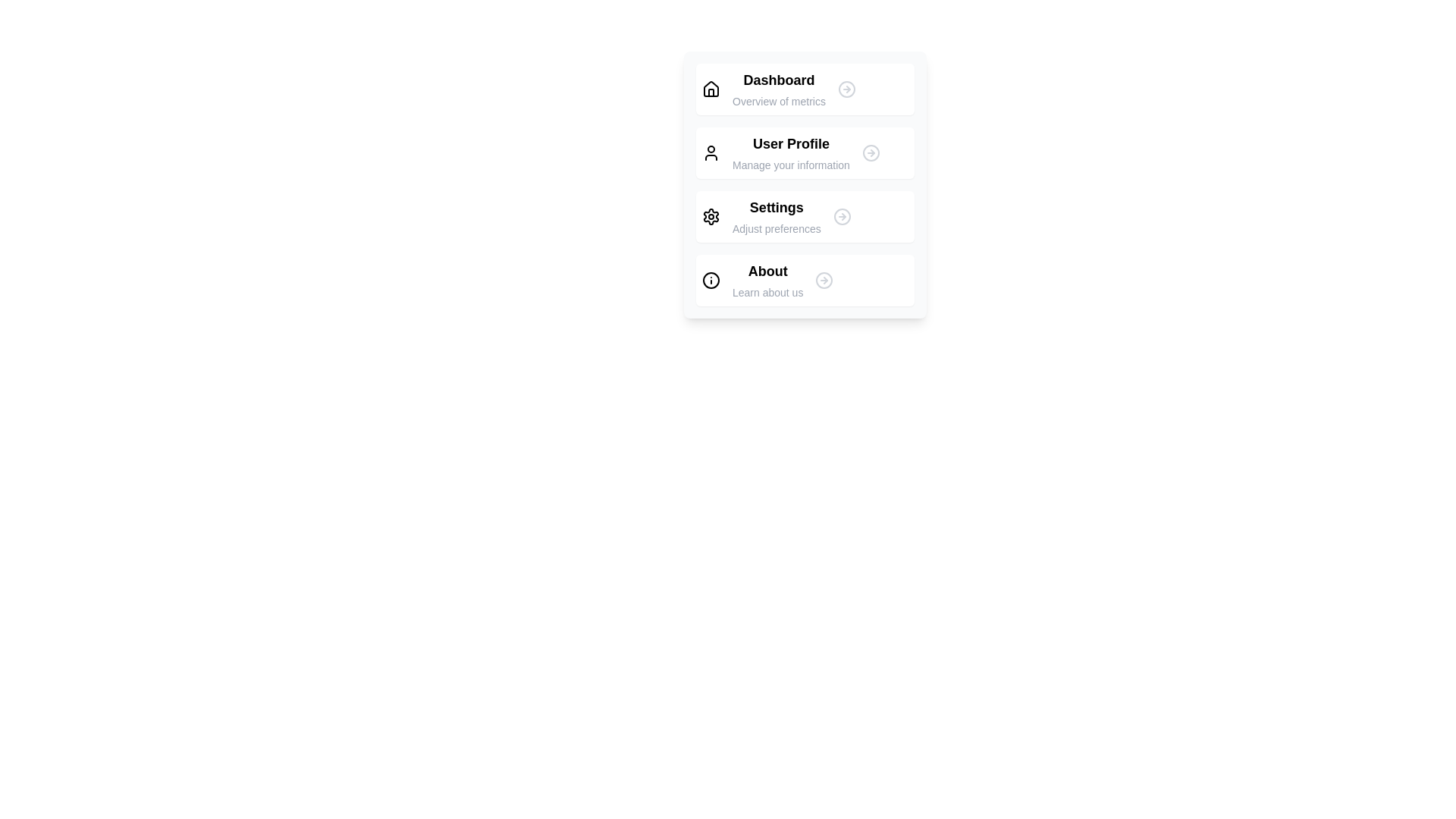 The image size is (1456, 819). I want to click on the SVG Circle element located on the right side of the 'User Profile' option in the list, which is part of an arrow icon, so click(871, 152).